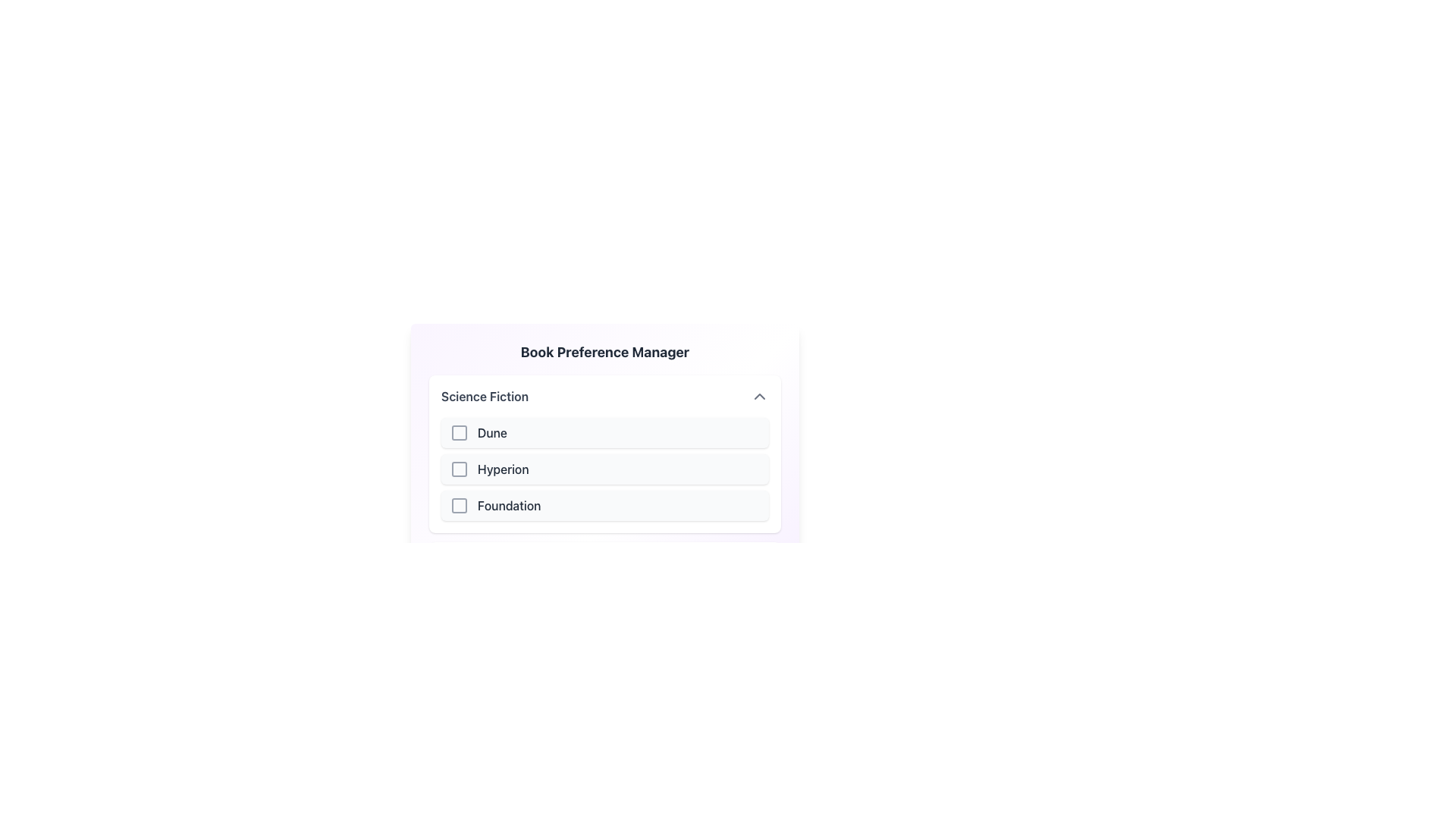  What do you see at coordinates (458, 432) in the screenshot?
I see `the checkbox selector for the 'Dune' list item under the 'Science Fiction' header to enable keyboard interactions` at bounding box center [458, 432].